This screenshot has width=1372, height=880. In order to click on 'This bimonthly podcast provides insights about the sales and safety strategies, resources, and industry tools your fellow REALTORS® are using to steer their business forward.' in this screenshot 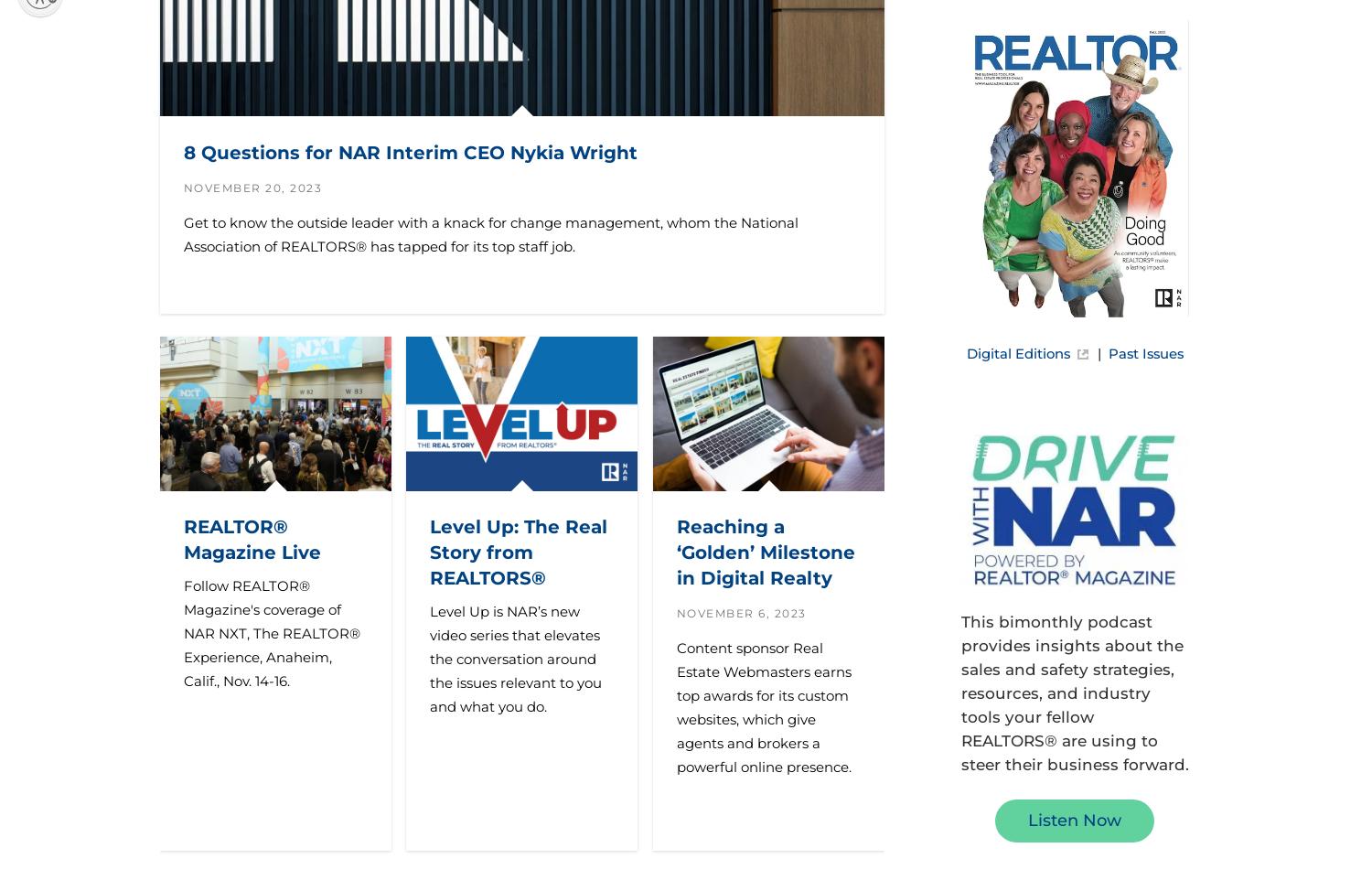, I will do `click(1074, 692)`.